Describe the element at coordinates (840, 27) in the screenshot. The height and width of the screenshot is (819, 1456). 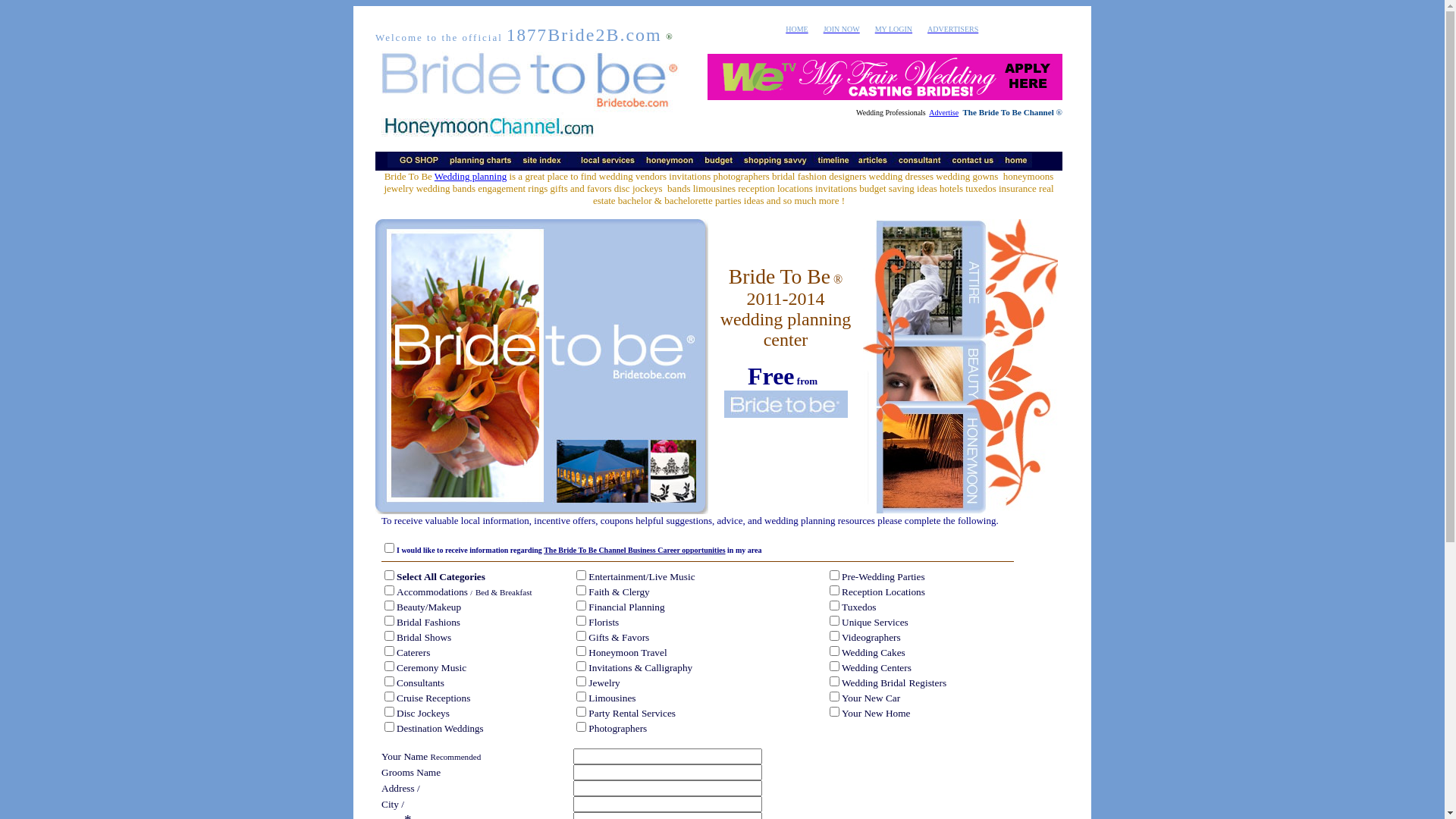
I see `'JOIN NOW'` at that location.